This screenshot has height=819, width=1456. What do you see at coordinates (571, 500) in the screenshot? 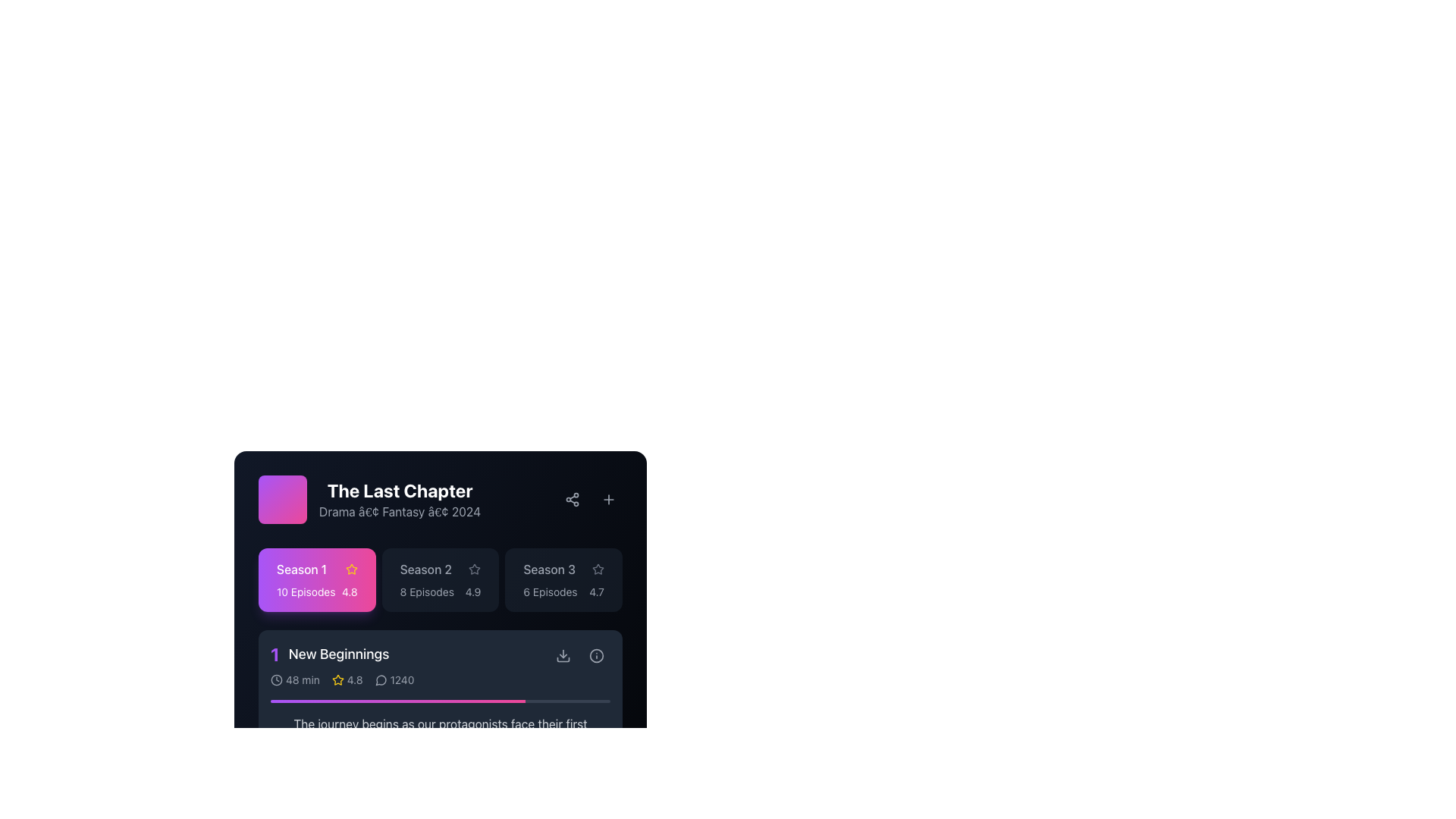
I see `the share/network SVG icon located at the top-right side of the interface, adjacent to the header text 'The Last Chapter'` at bounding box center [571, 500].